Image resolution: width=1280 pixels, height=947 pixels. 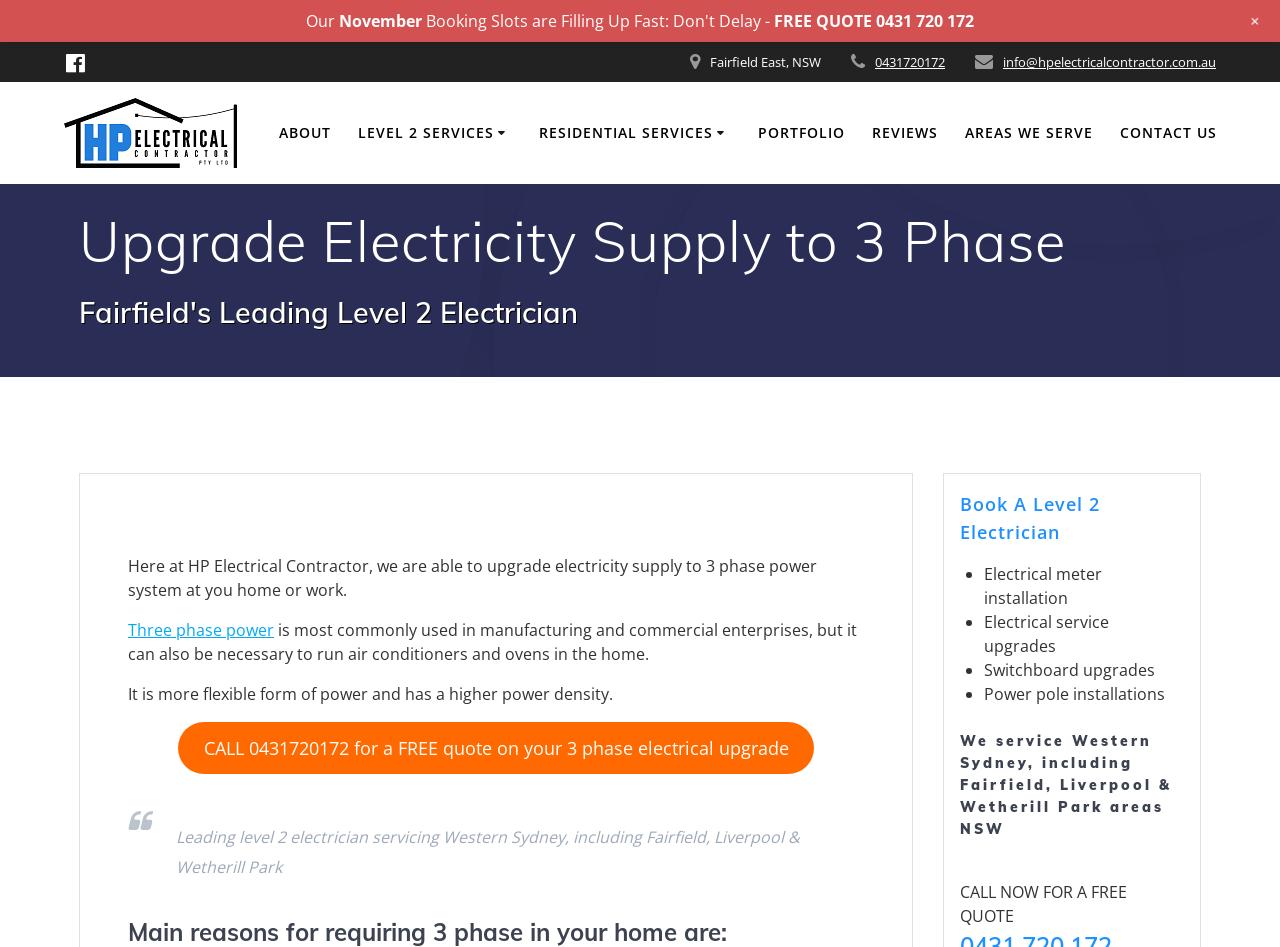 I want to click on 'CALL NOW FOR A FREE QUOTE', so click(x=1042, y=901).